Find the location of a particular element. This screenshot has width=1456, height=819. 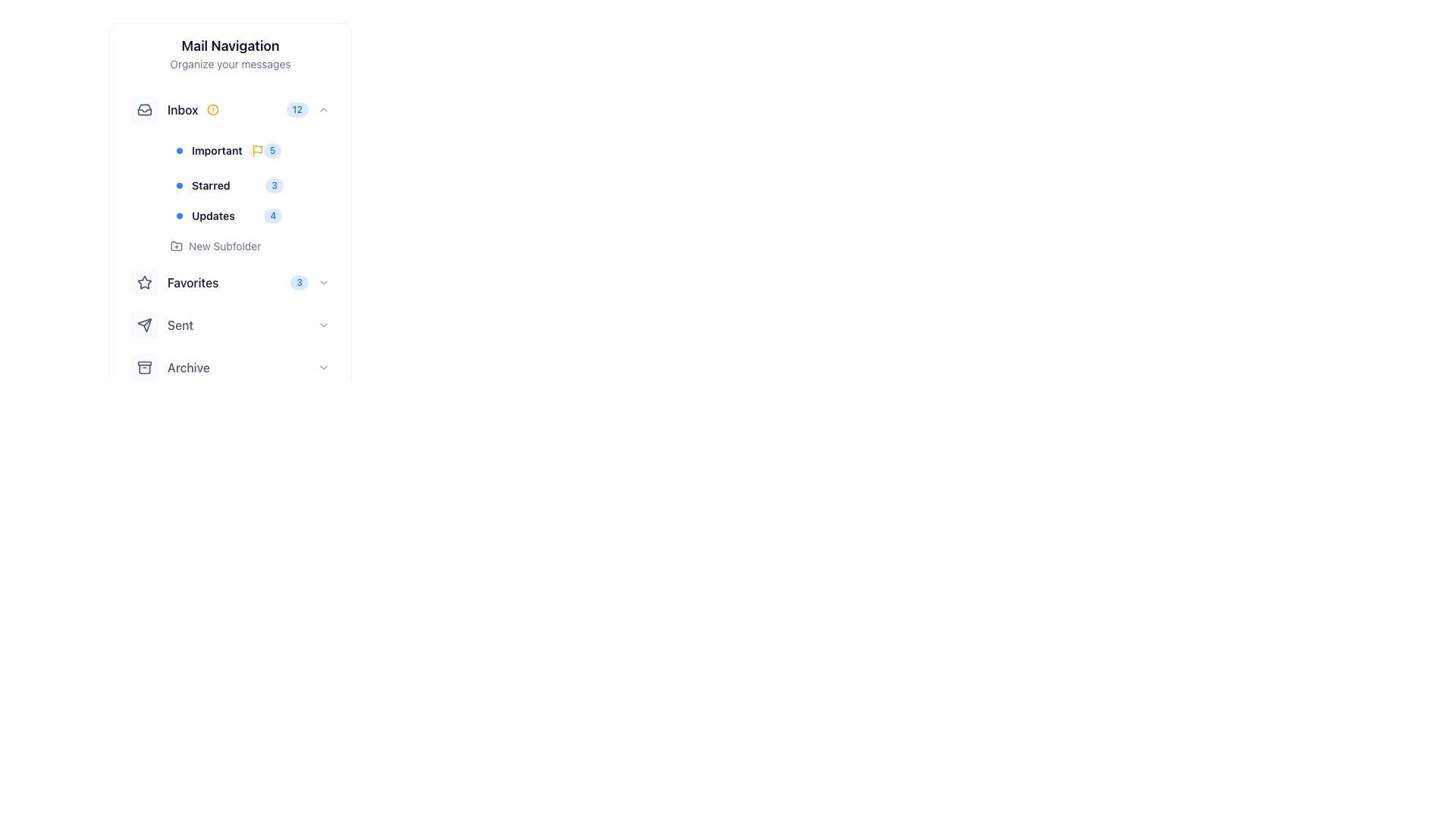

the 'Starred' navigation item located in the main navigation menu under 'Inbox' is located at coordinates (248, 185).